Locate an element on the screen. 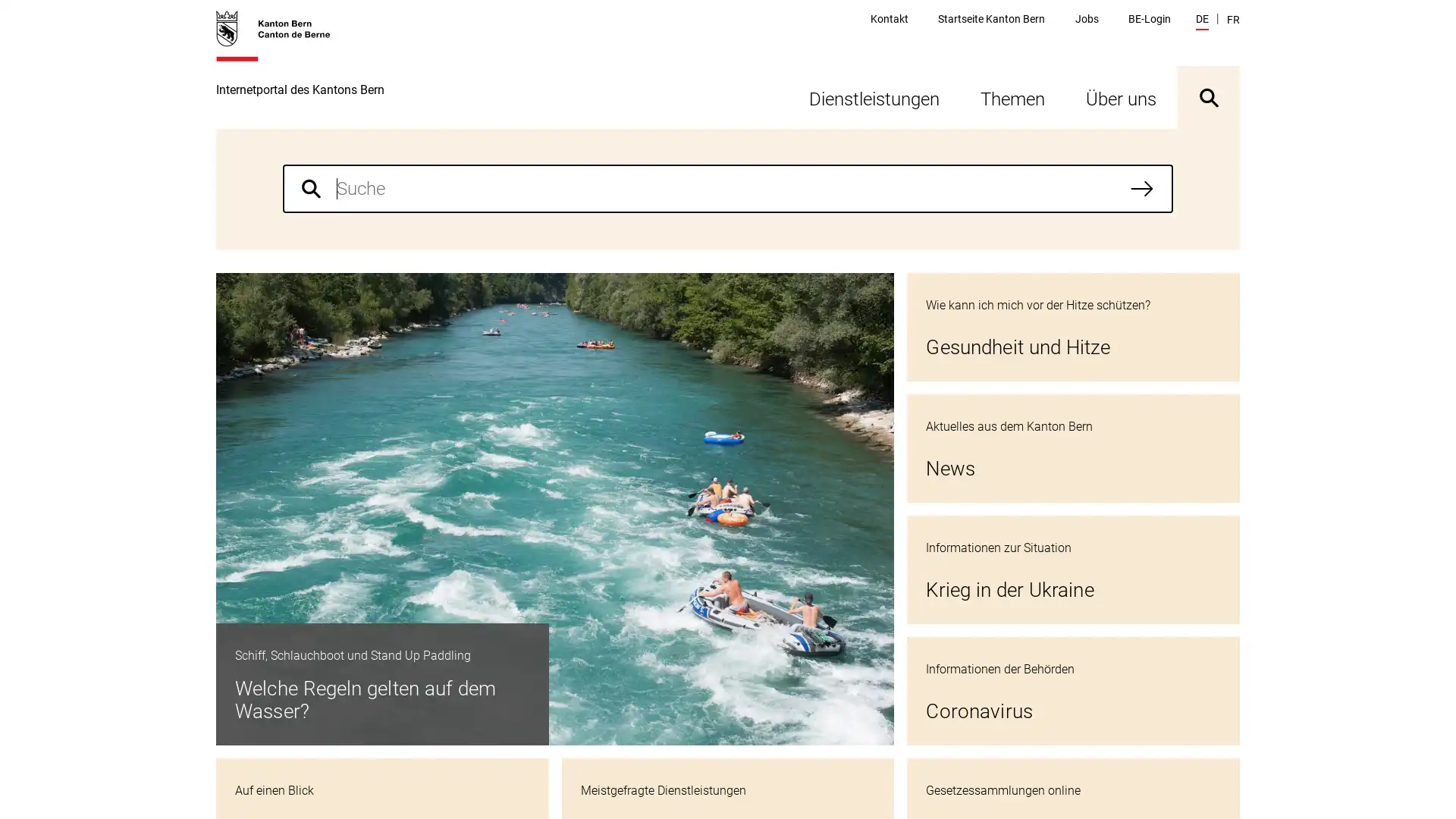 The image size is (1456, 819). Uber uns is located at coordinates (1121, 97).